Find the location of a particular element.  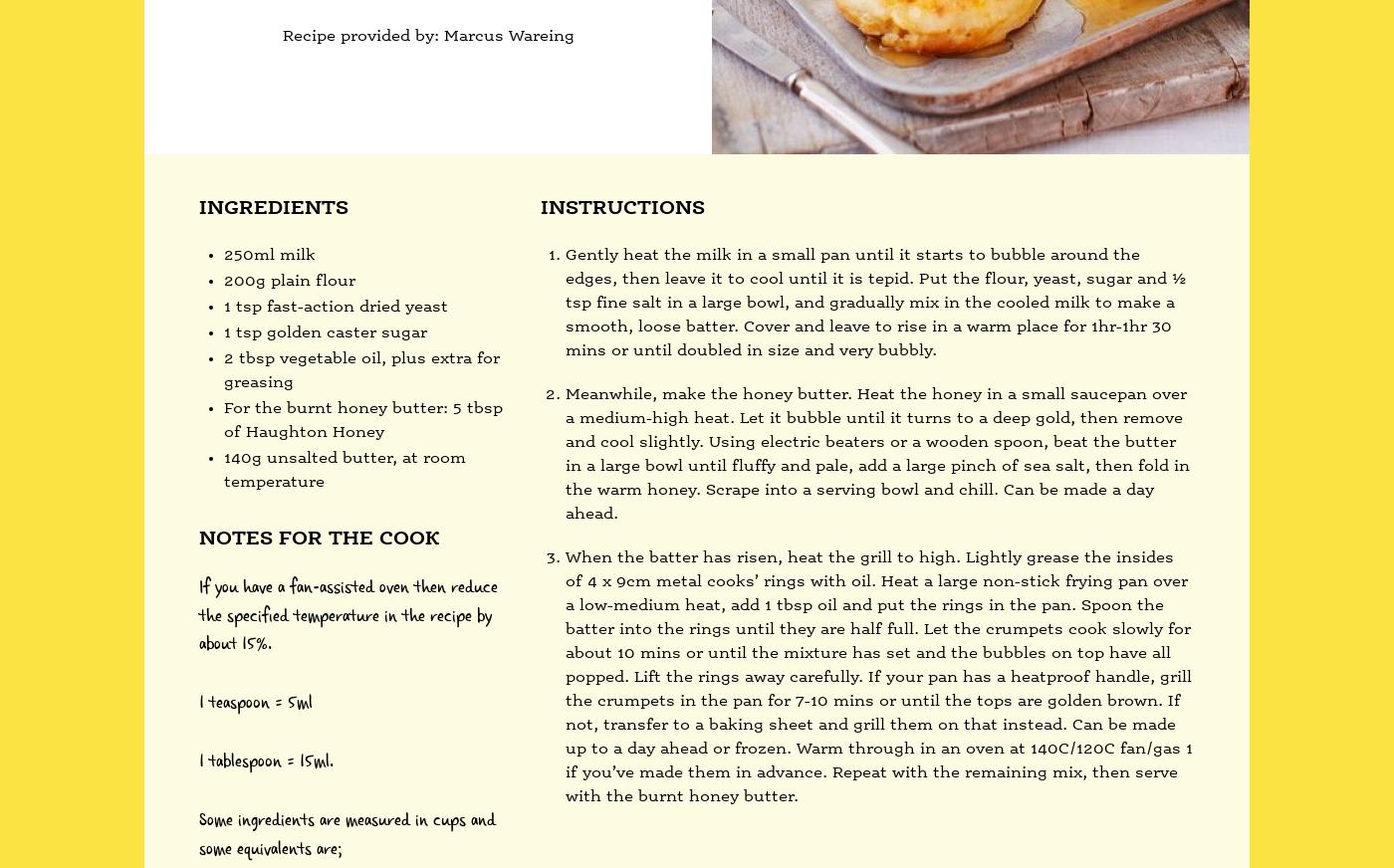

'If you have a fan-assisted oven then reduce the specified temperature in the recipe by about 15%.' is located at coordinates (348, 616).